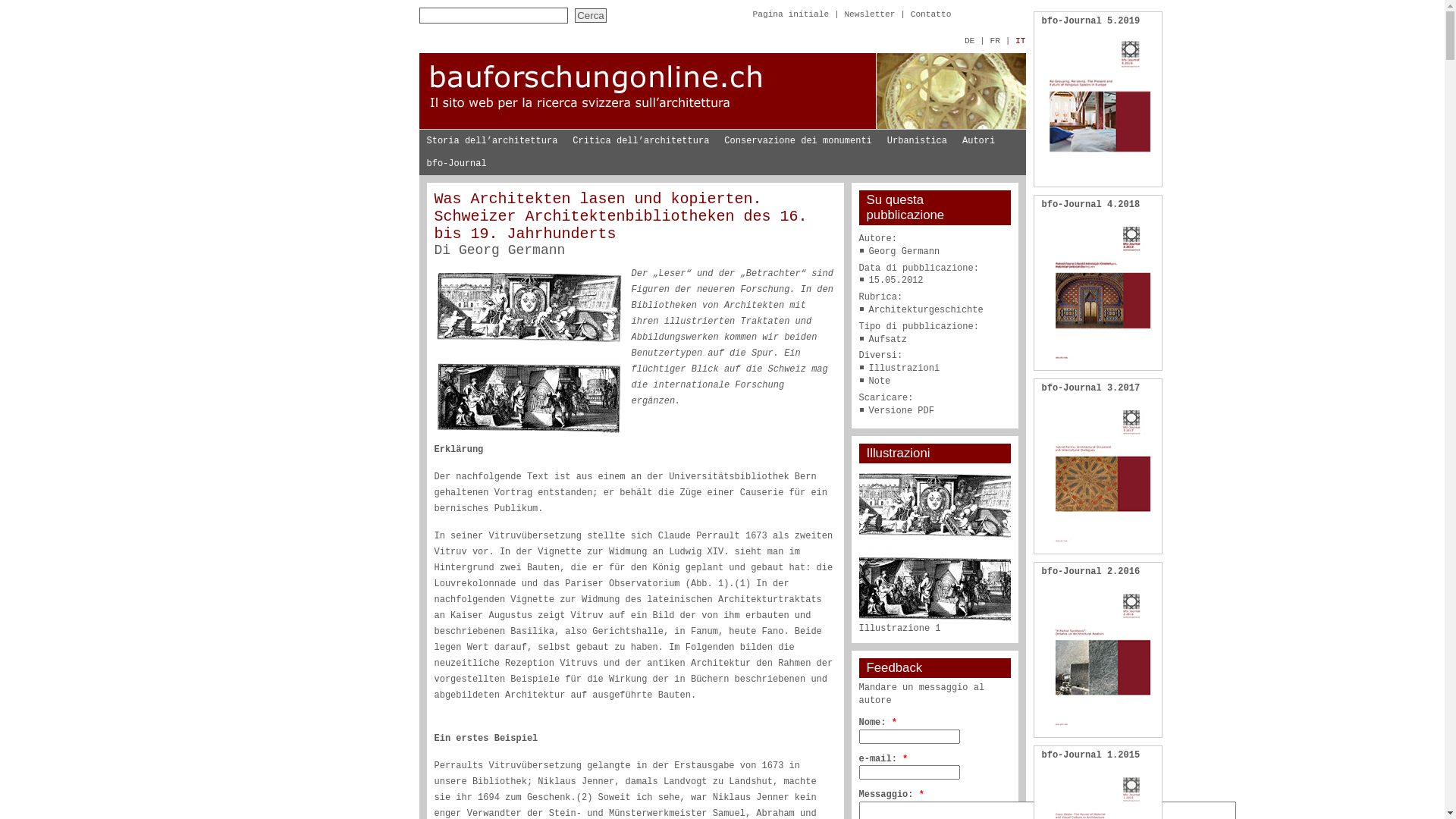  I want to click on 'bfo-Journal 1.2015', so click(1040, 755).